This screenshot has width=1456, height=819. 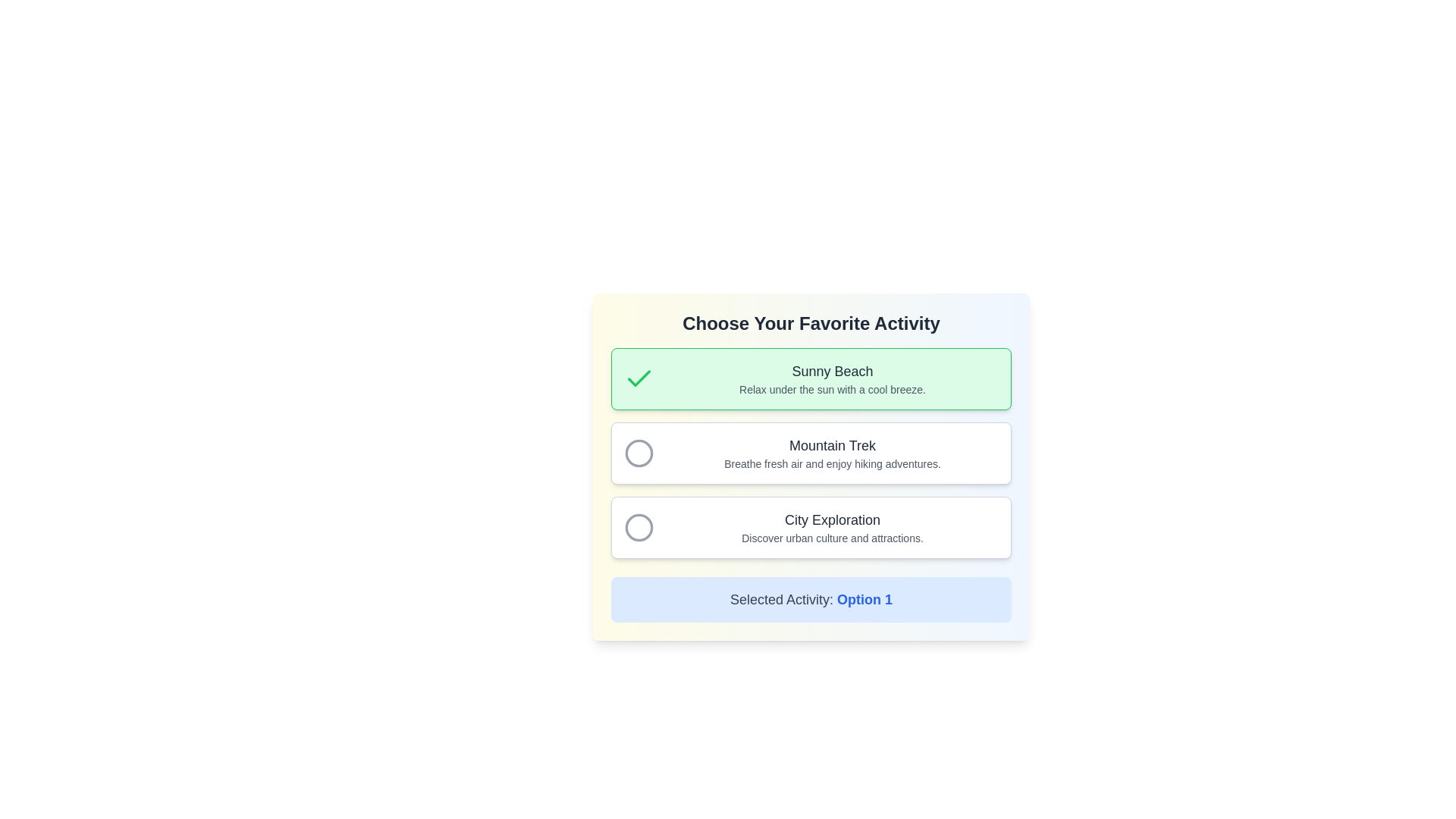 I want to click on text element displaying 'Sunny Beach' which is the primary title of the first option under 'Choose Your Favorite Activity', so click(x=832, y=371).